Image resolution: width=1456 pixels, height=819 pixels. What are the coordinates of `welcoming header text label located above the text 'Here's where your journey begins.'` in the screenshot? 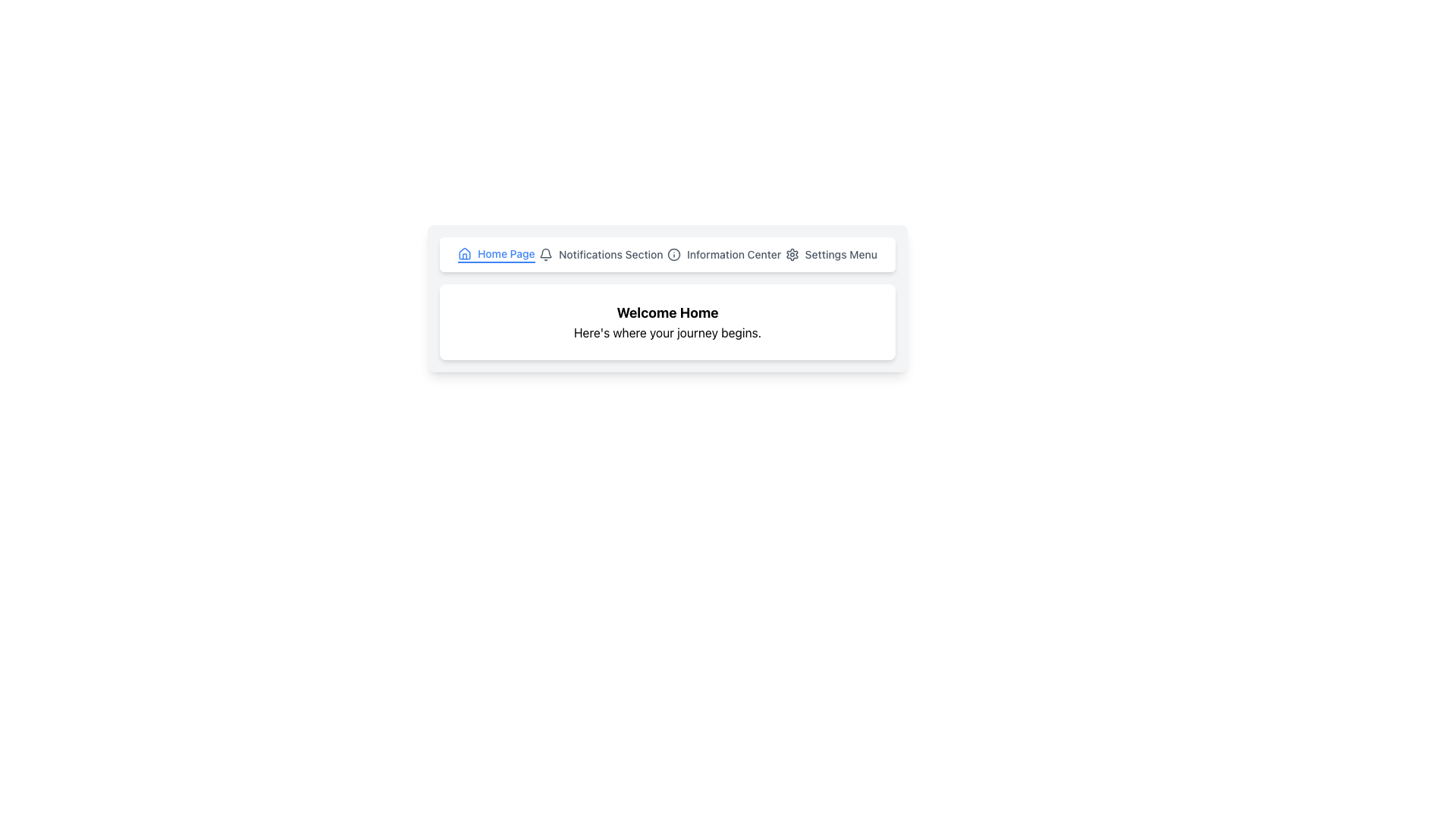 It's located at (667, 312).